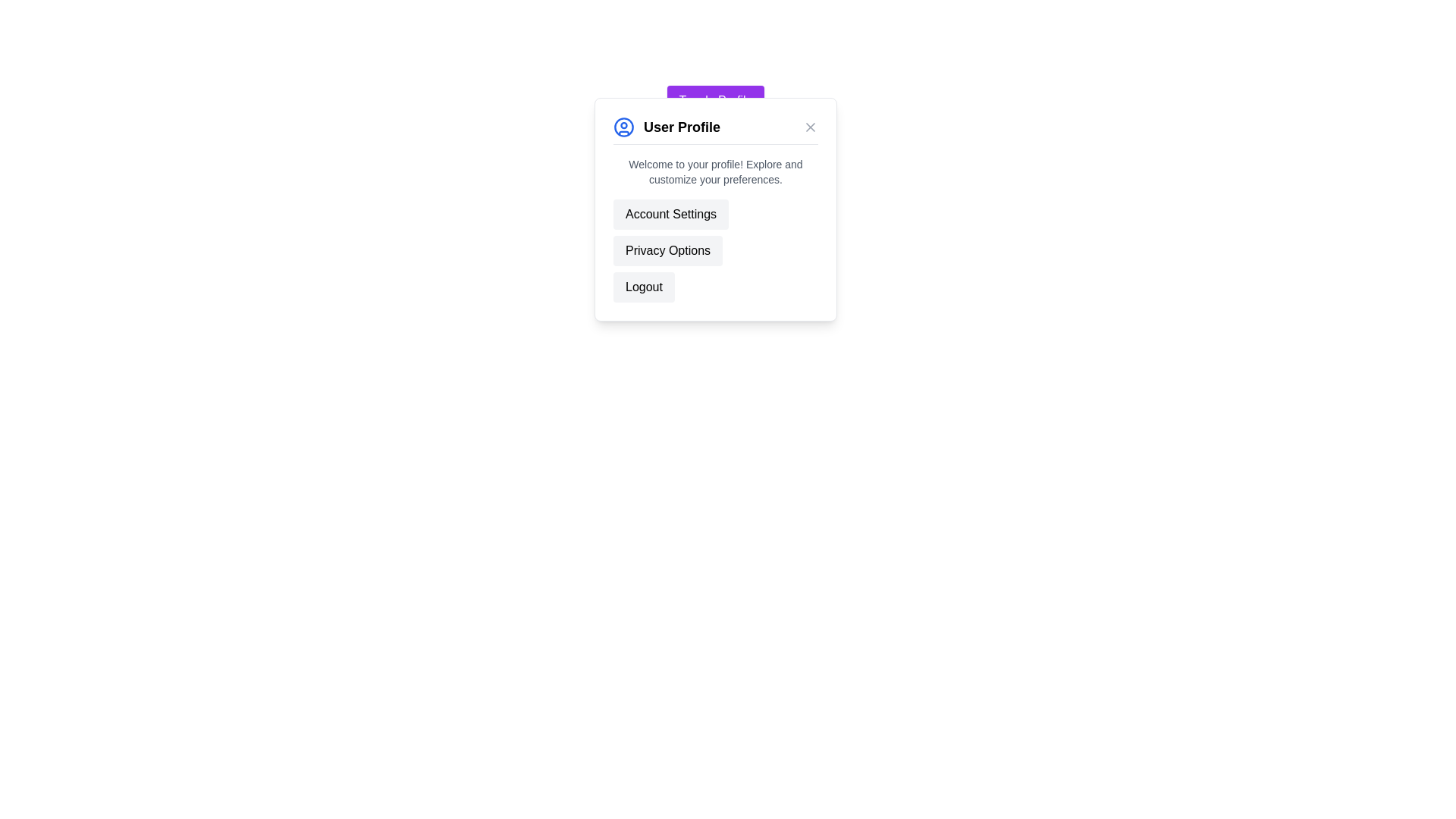  What do you see at coordinates (715, 100) in the screenshot?
I see `the purple button labeled 'Toggle Profile'` at bounding box center [715, 100].